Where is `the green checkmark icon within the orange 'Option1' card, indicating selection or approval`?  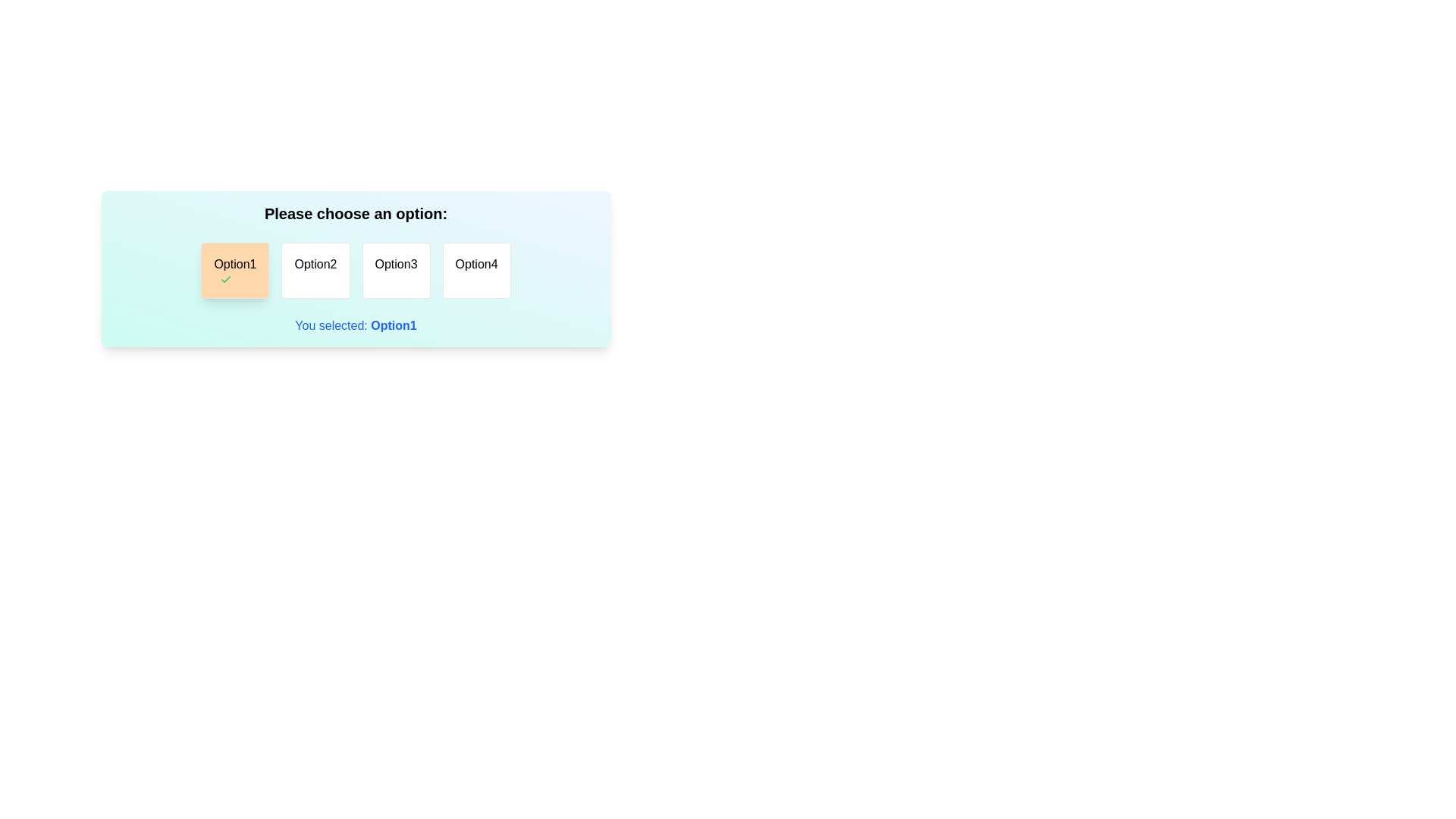 the green checkmark icon within the orange 'Option1' card, indicating selection or approval is located at coordinates (225, 280).